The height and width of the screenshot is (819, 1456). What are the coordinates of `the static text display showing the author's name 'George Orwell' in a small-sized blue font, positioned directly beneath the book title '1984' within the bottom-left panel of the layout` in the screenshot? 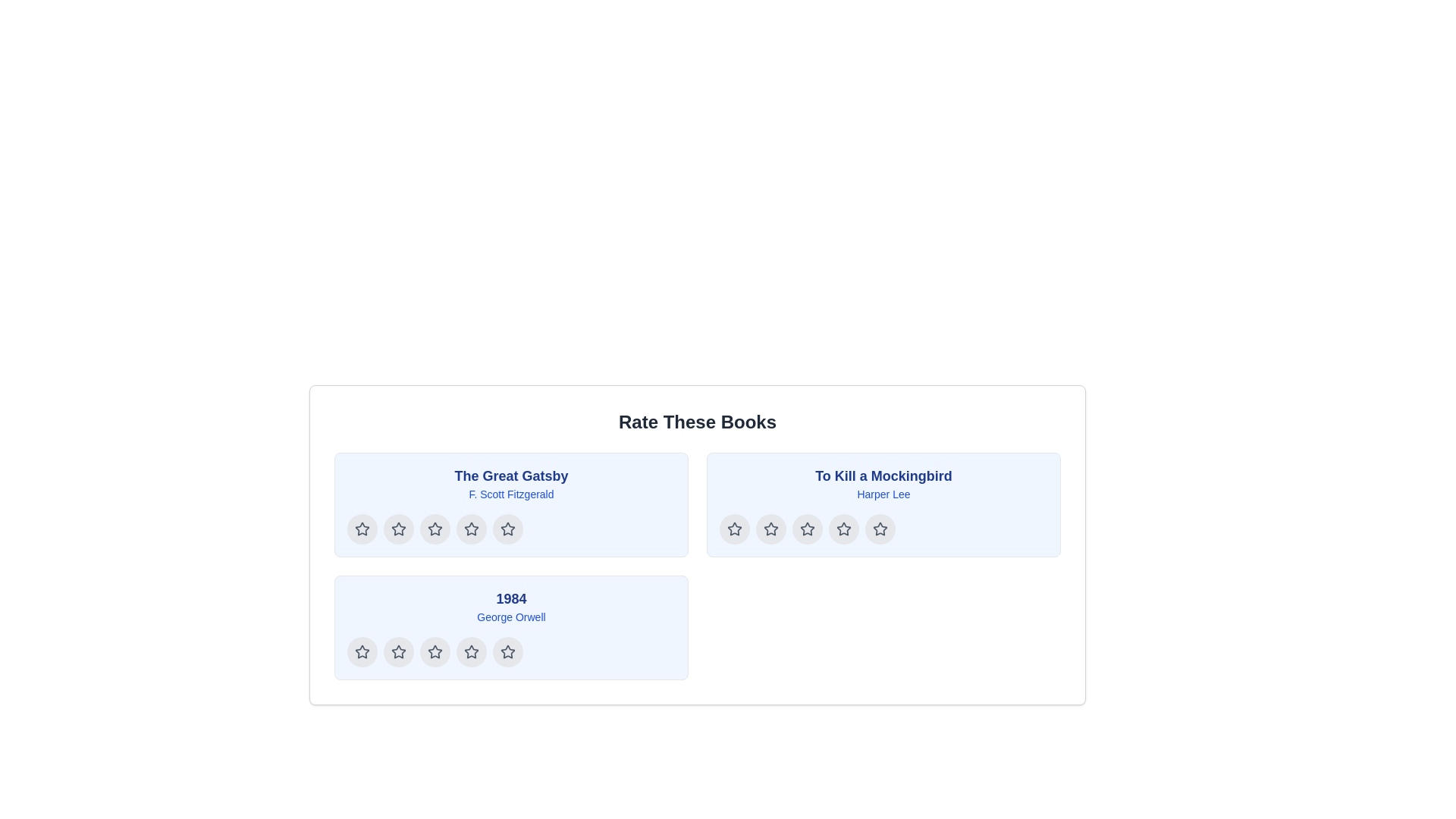 It's located at (511, 617).